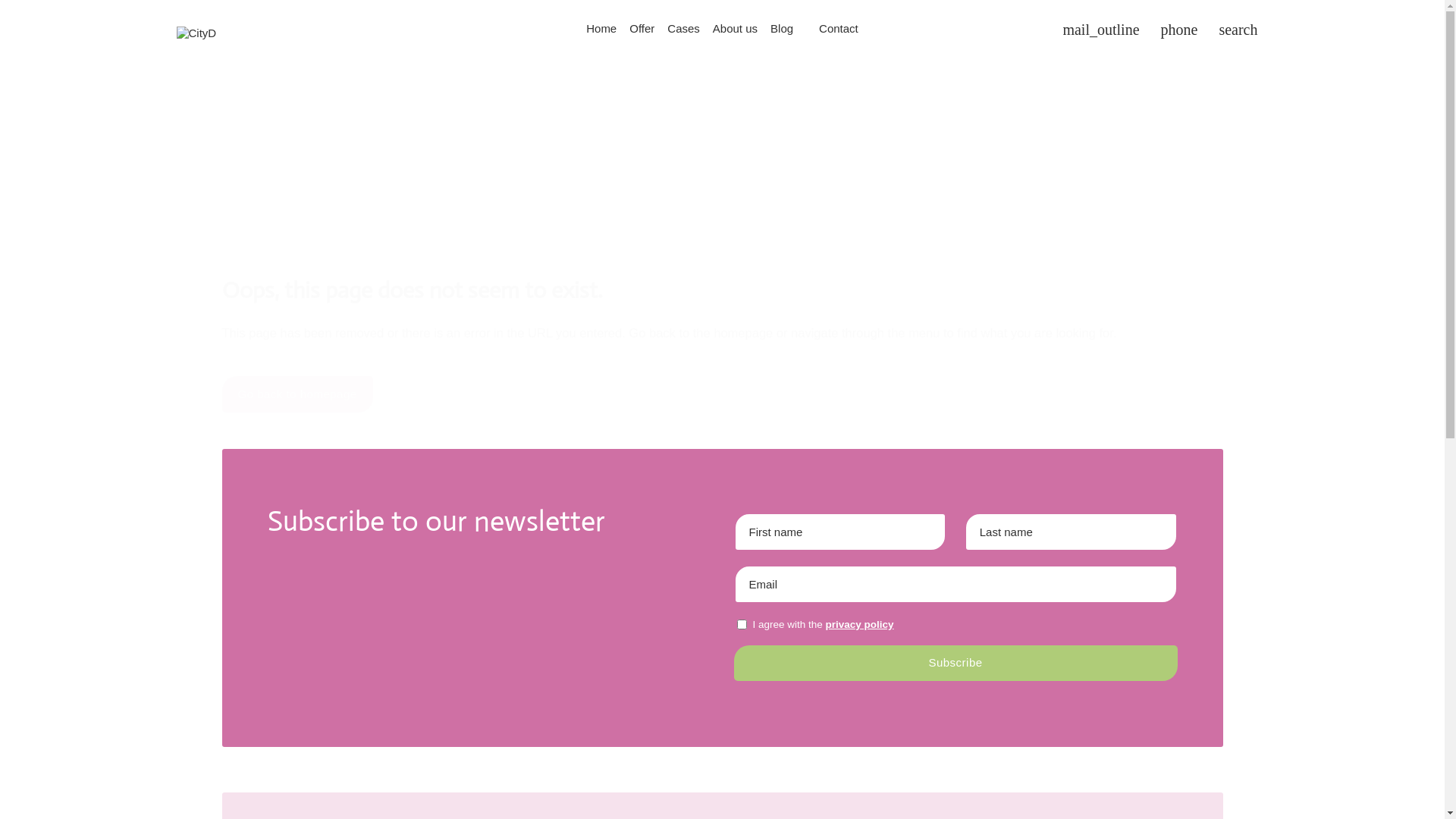 This screenshot has width=1456, height=819. Describe the element at coordinates (735, 28) in the screenshot. I see `'About us'` at that location.